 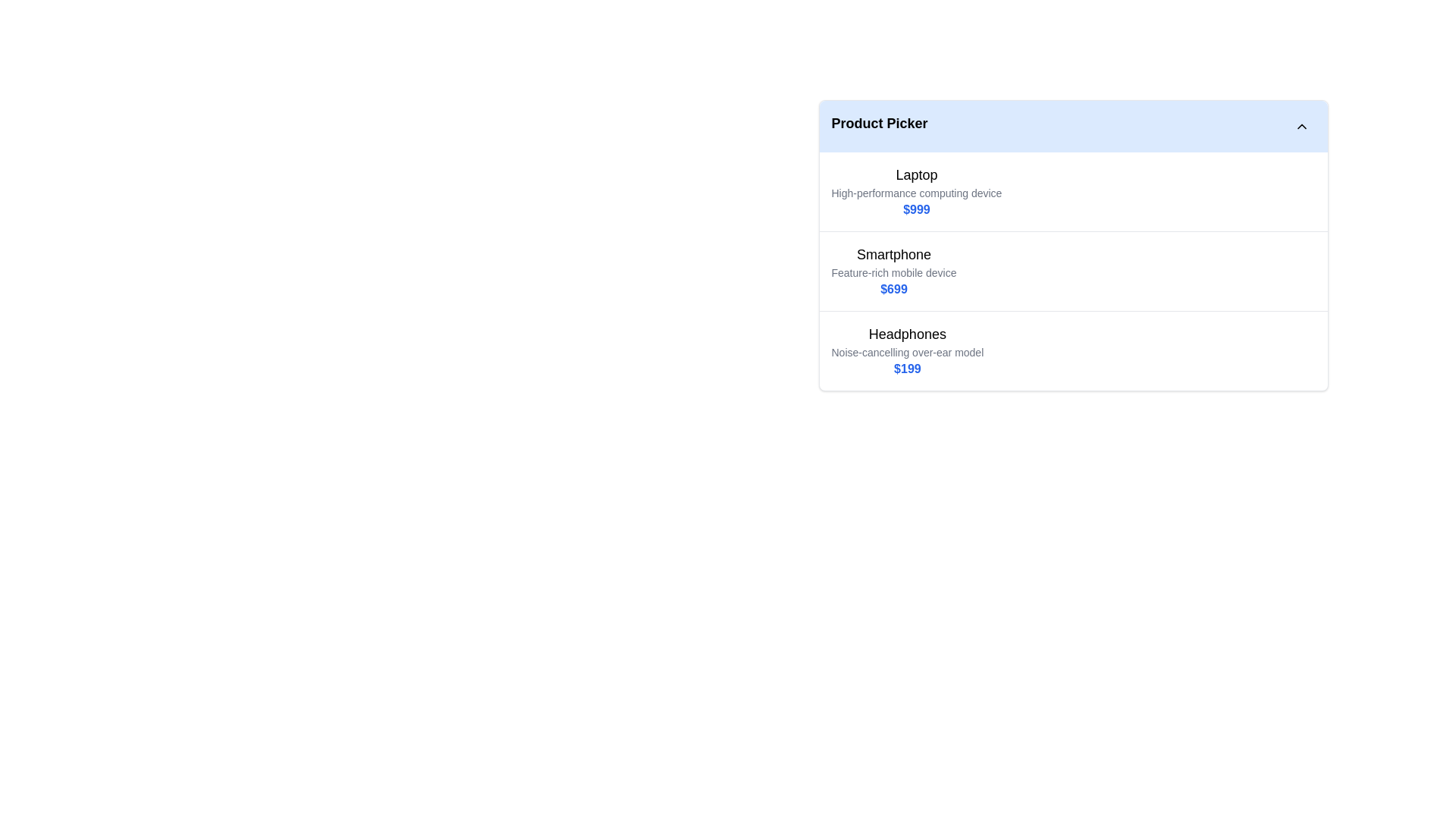 What do you see at coordinates (1072, 245) in the screenshot?
I see `product descriptions and prices from the product selection panel located centrally within the application interface` at bounding box center [1072, 245].